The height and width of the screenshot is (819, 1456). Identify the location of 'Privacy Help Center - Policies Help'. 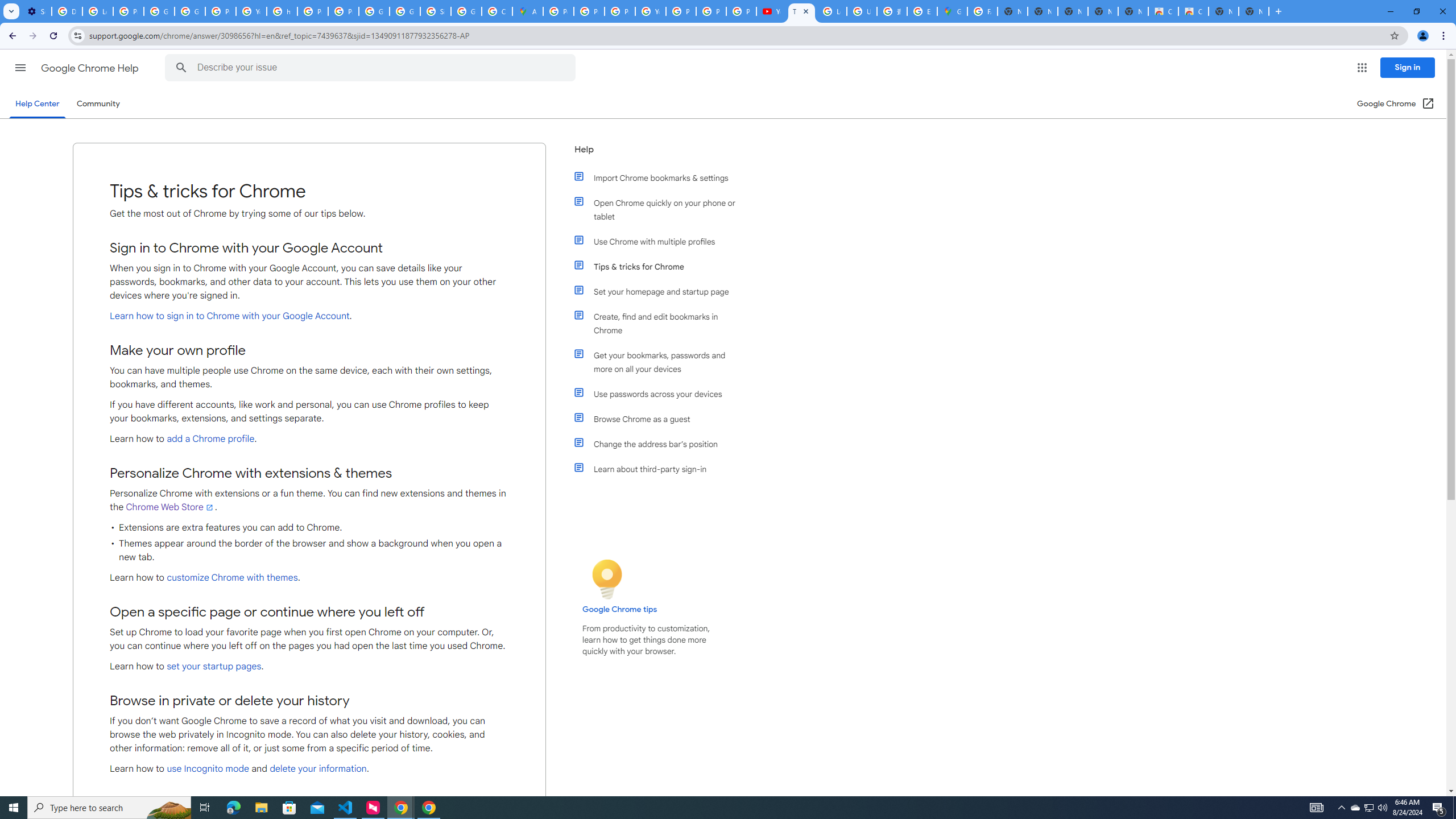
(619, 11).